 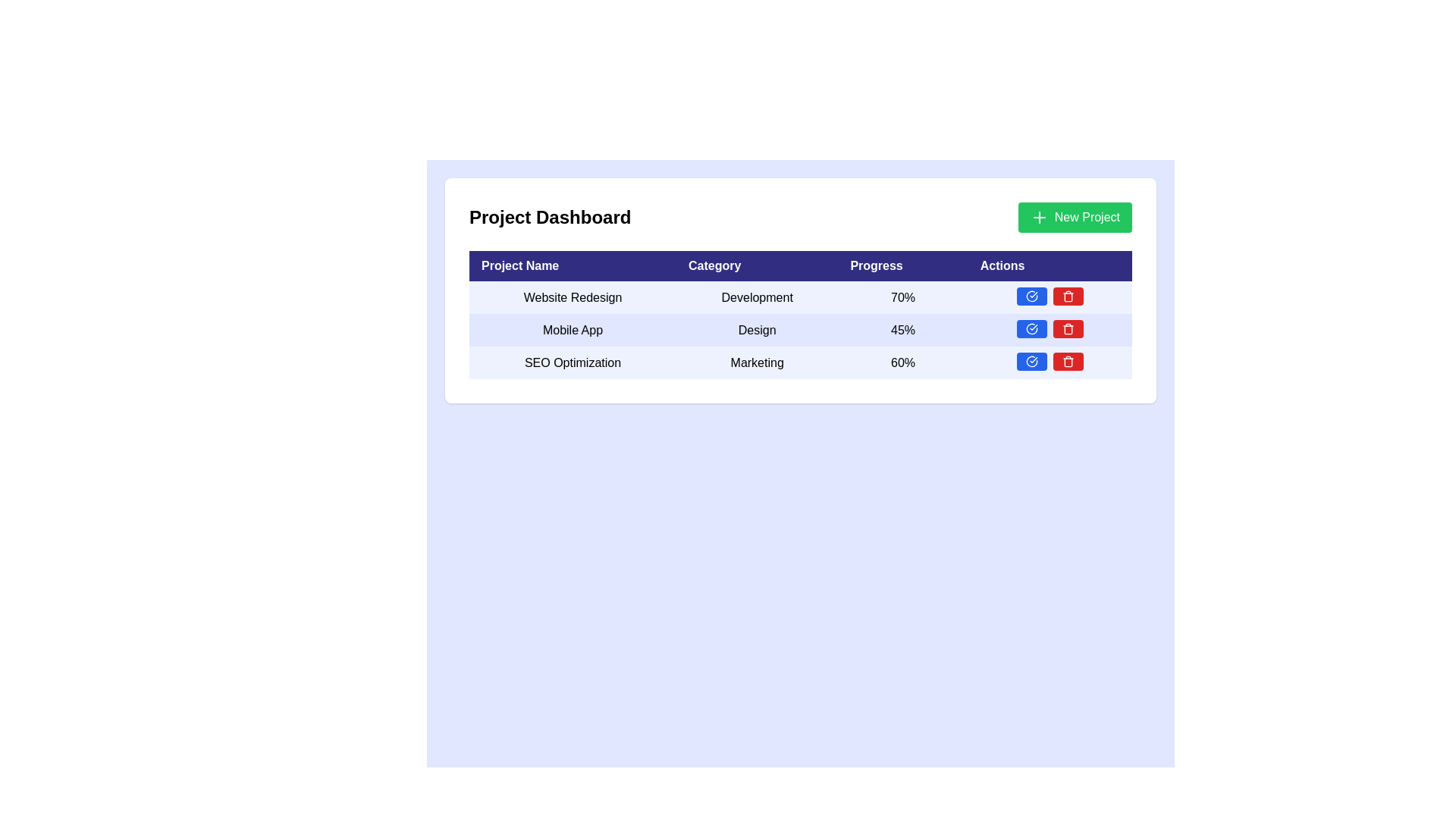 I want to click on text displayed in the 'Category' column for the 'SEO Optimization' project entry, located in the second column of the last row of the dashboard table, so click(x=757, y=362).